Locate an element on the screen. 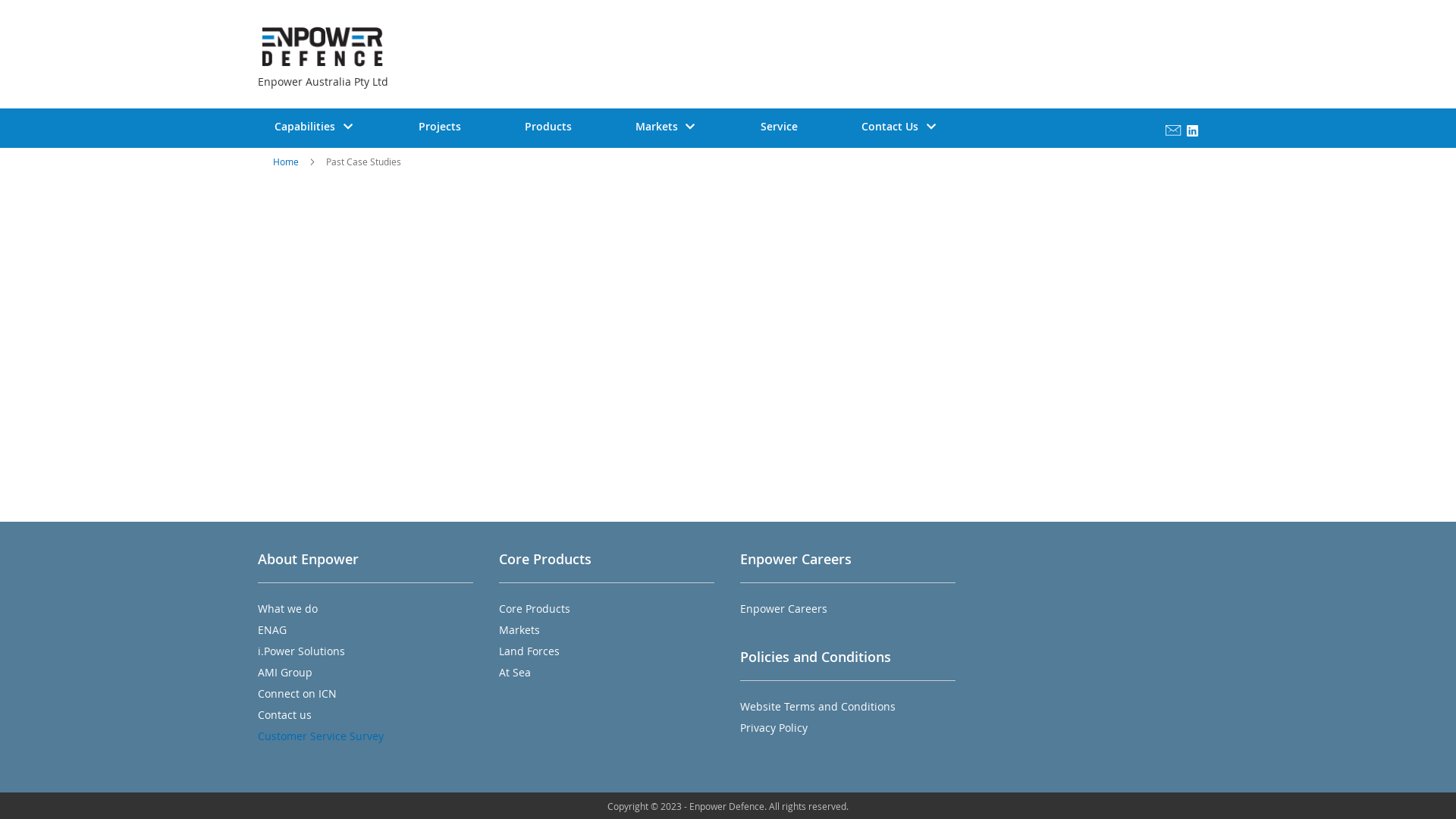 The height and width of the screenshot is (819, 1456). 'At Sea' is located at coordinates (514, 671).